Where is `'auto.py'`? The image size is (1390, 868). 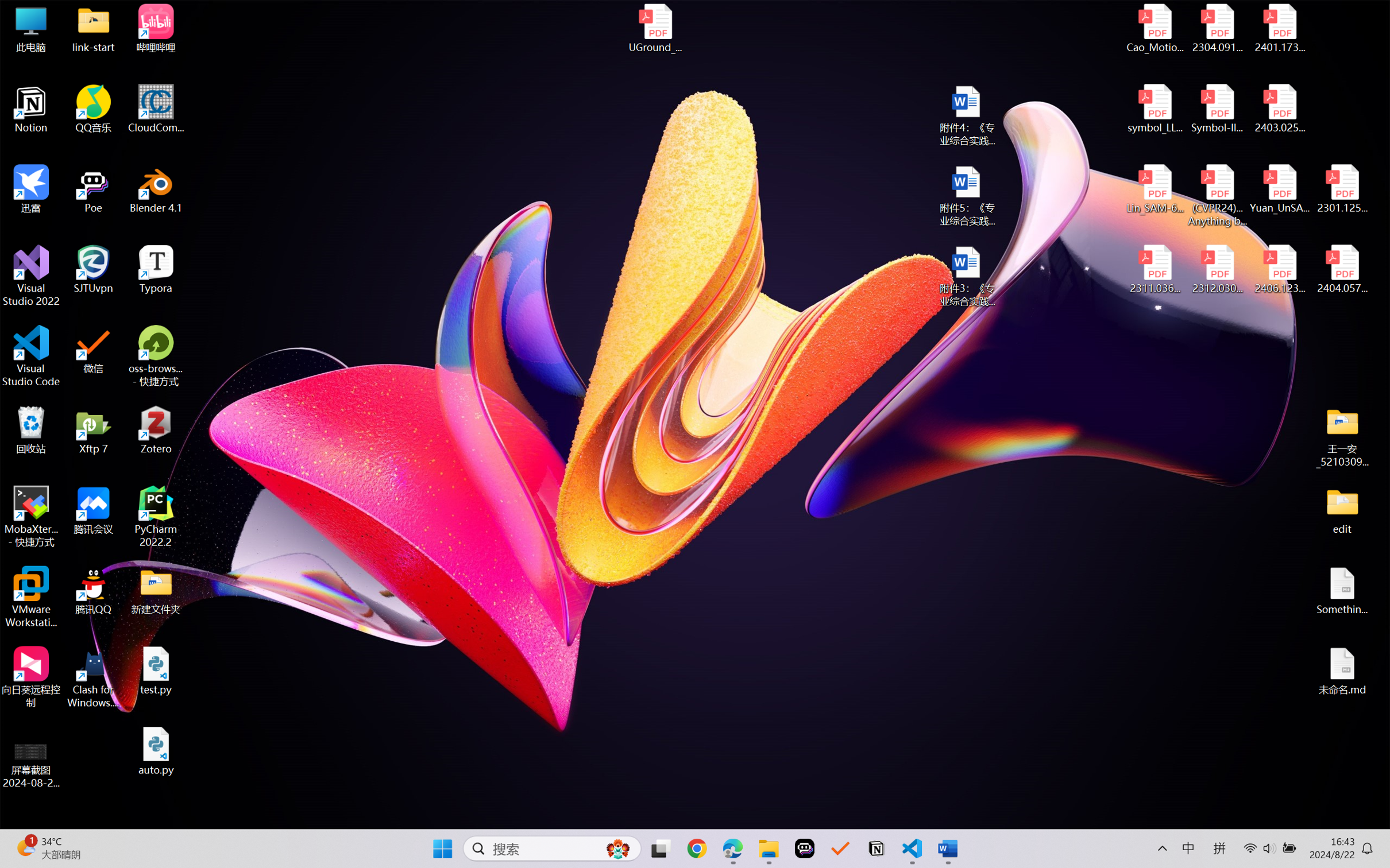 'auto.py' is located at coordinates (156, 751).